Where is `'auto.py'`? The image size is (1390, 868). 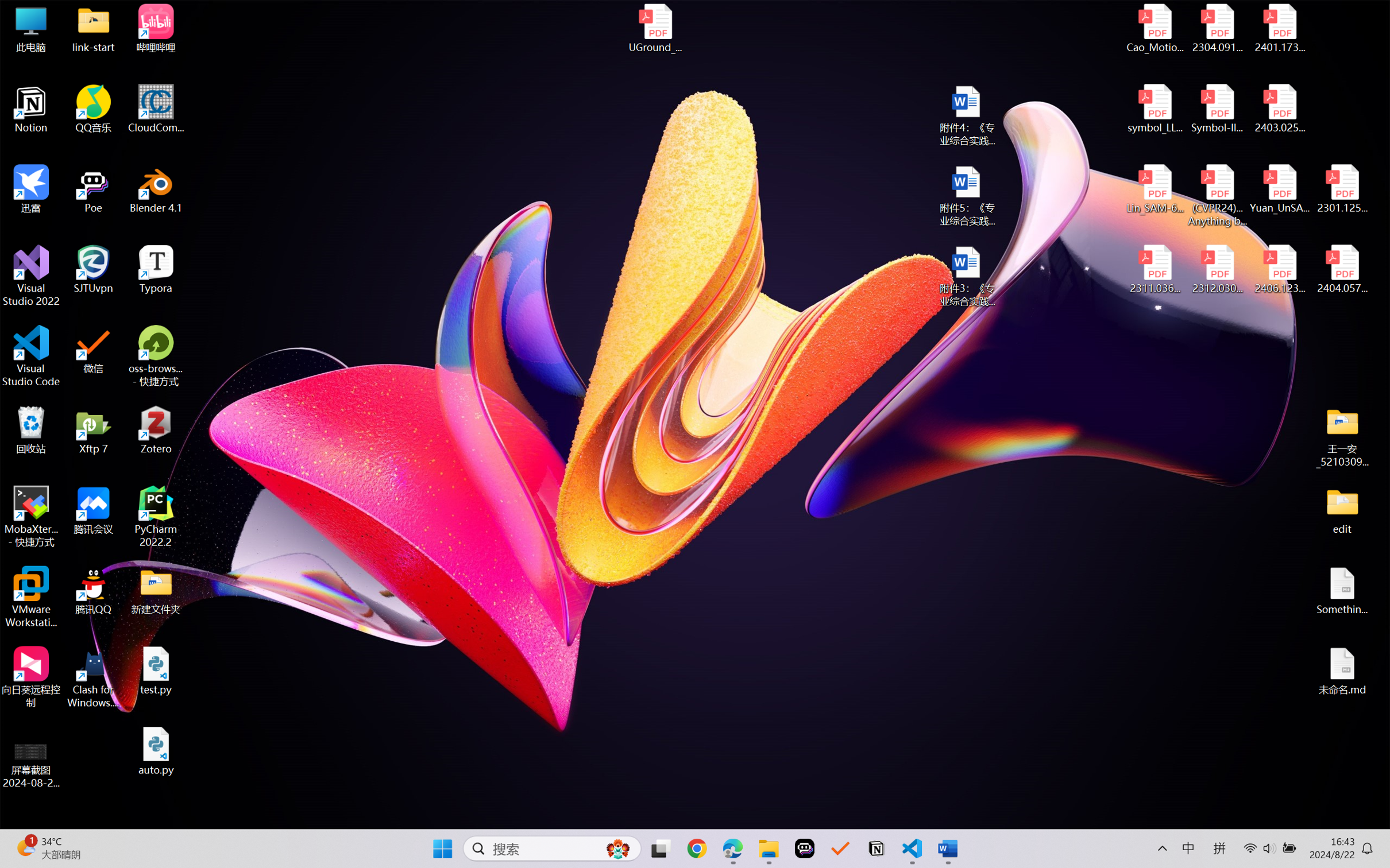 'auto.py' is located at coordinates (156, 751).